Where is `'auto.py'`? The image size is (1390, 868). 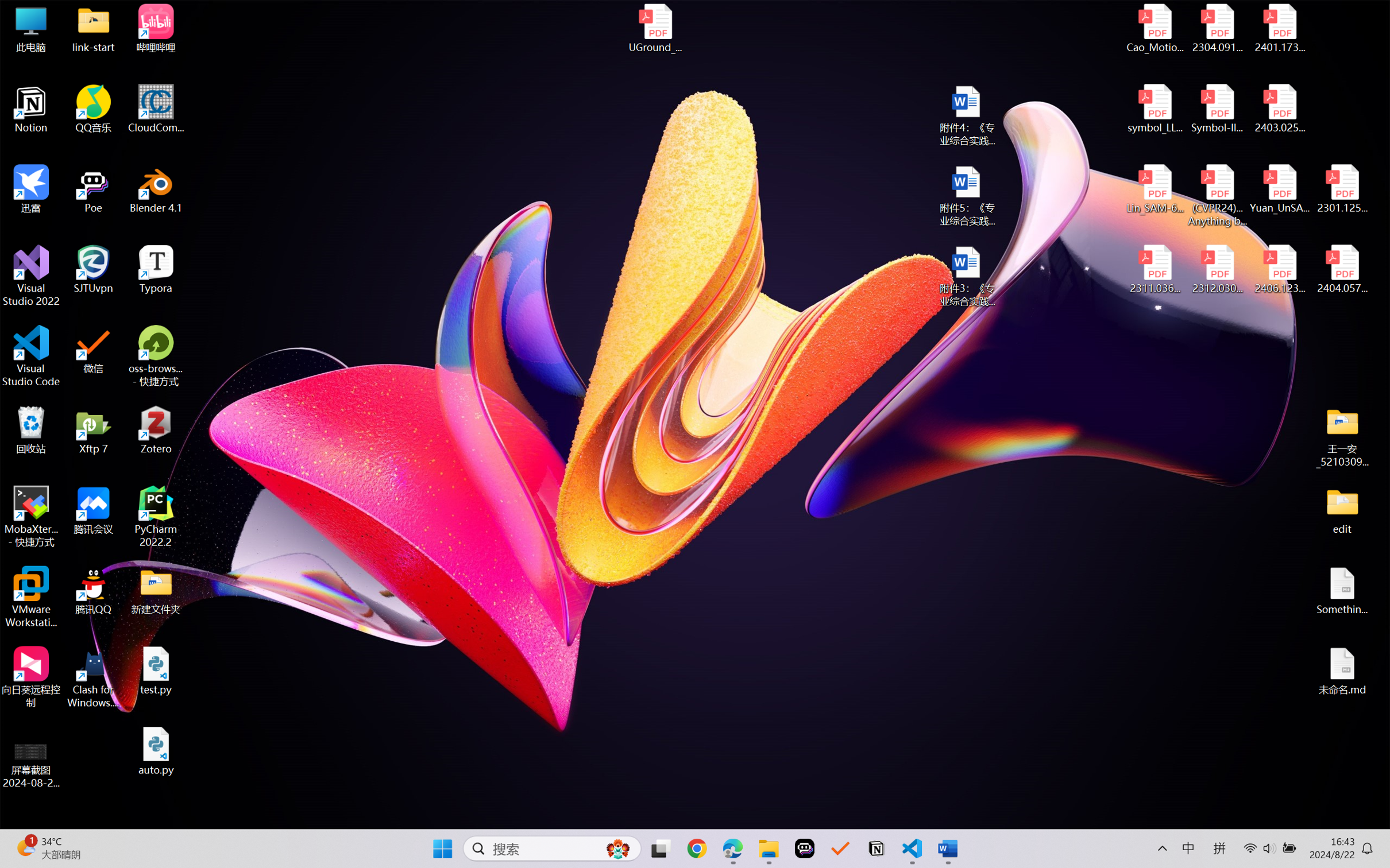 'auto.py' is located at coordinates (156, 751).